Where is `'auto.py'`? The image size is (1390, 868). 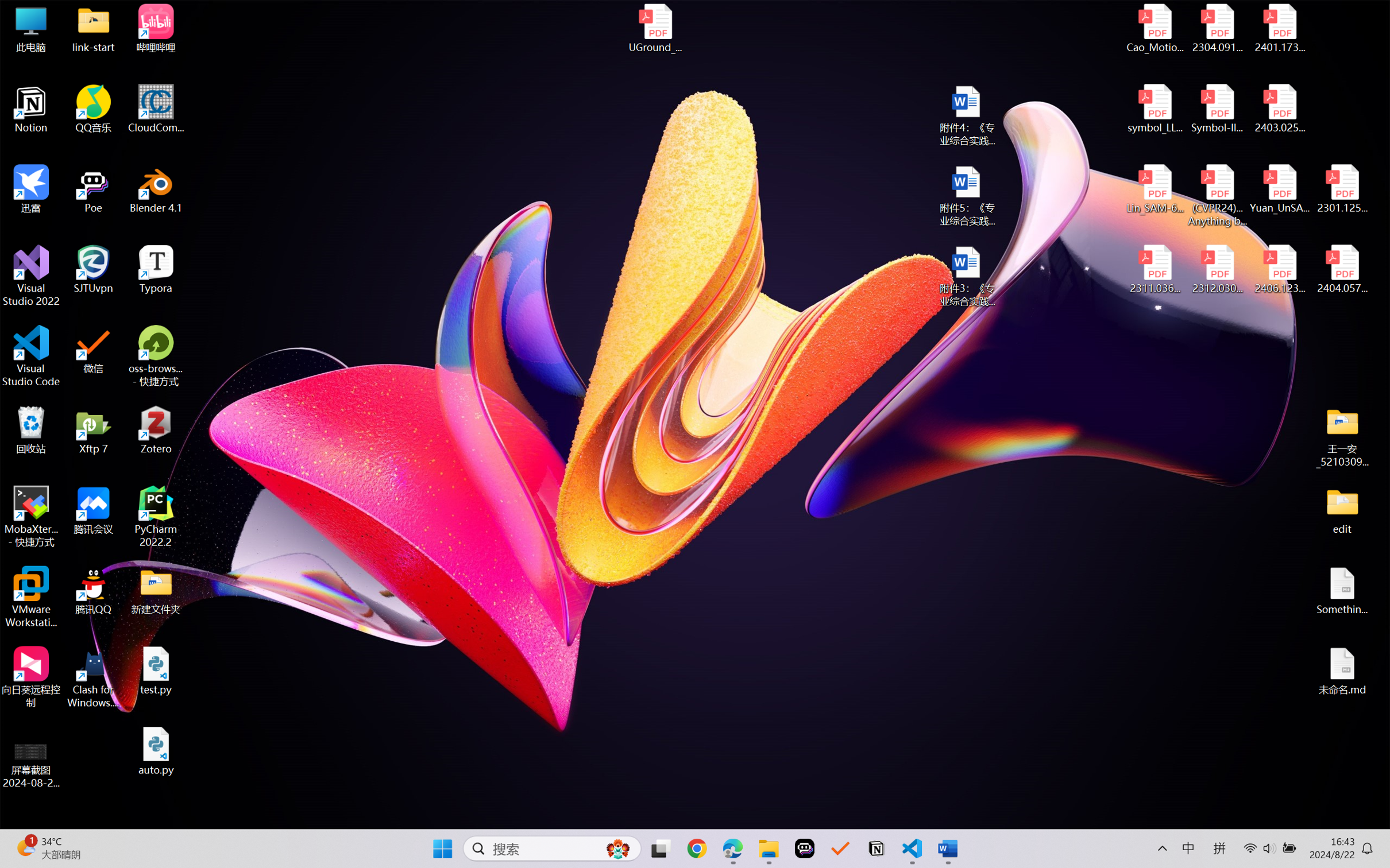 'auto.py' is located at coordinates (156, 751).